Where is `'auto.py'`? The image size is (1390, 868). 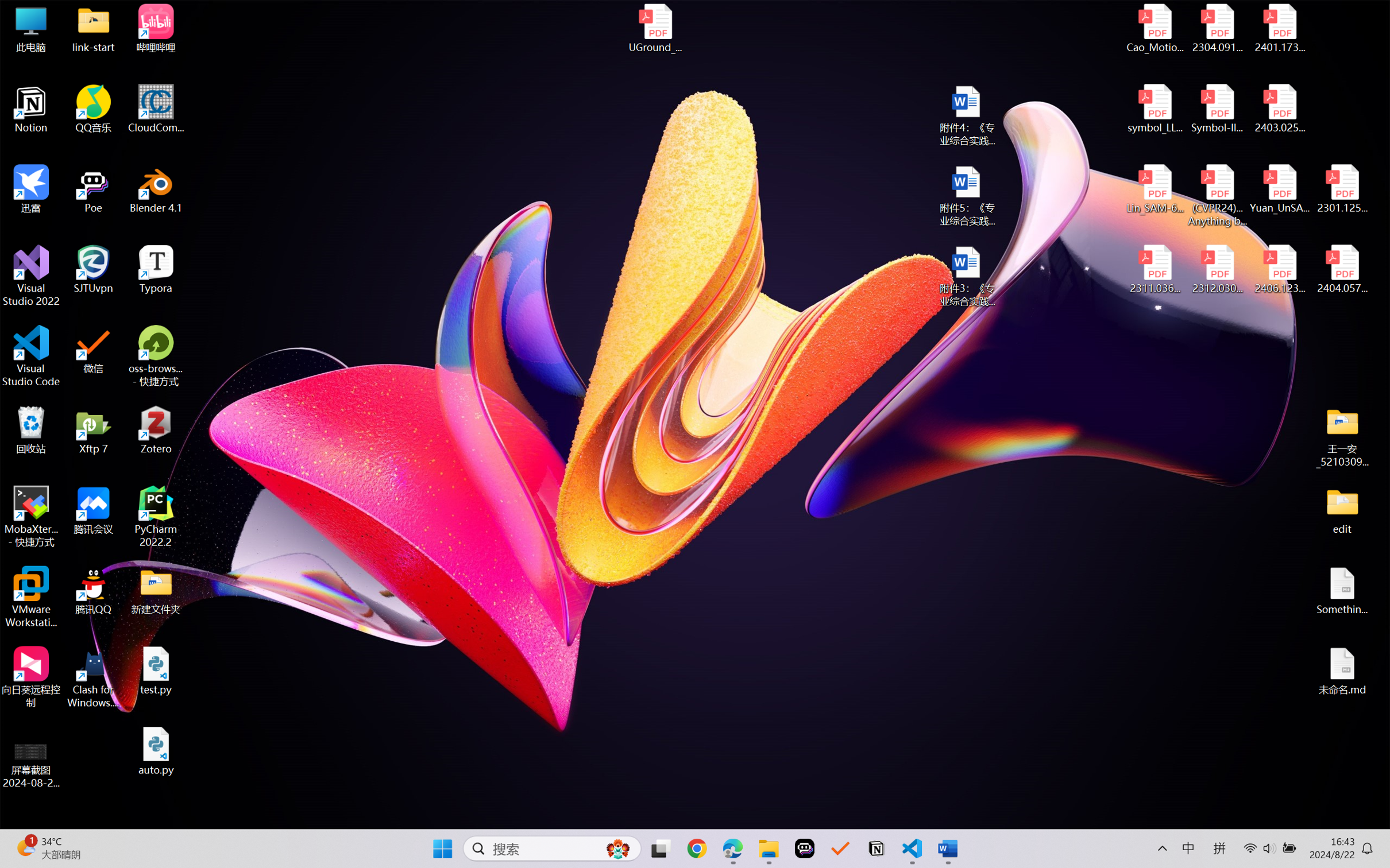 'auto.py' is located at coordinates (156, 751).